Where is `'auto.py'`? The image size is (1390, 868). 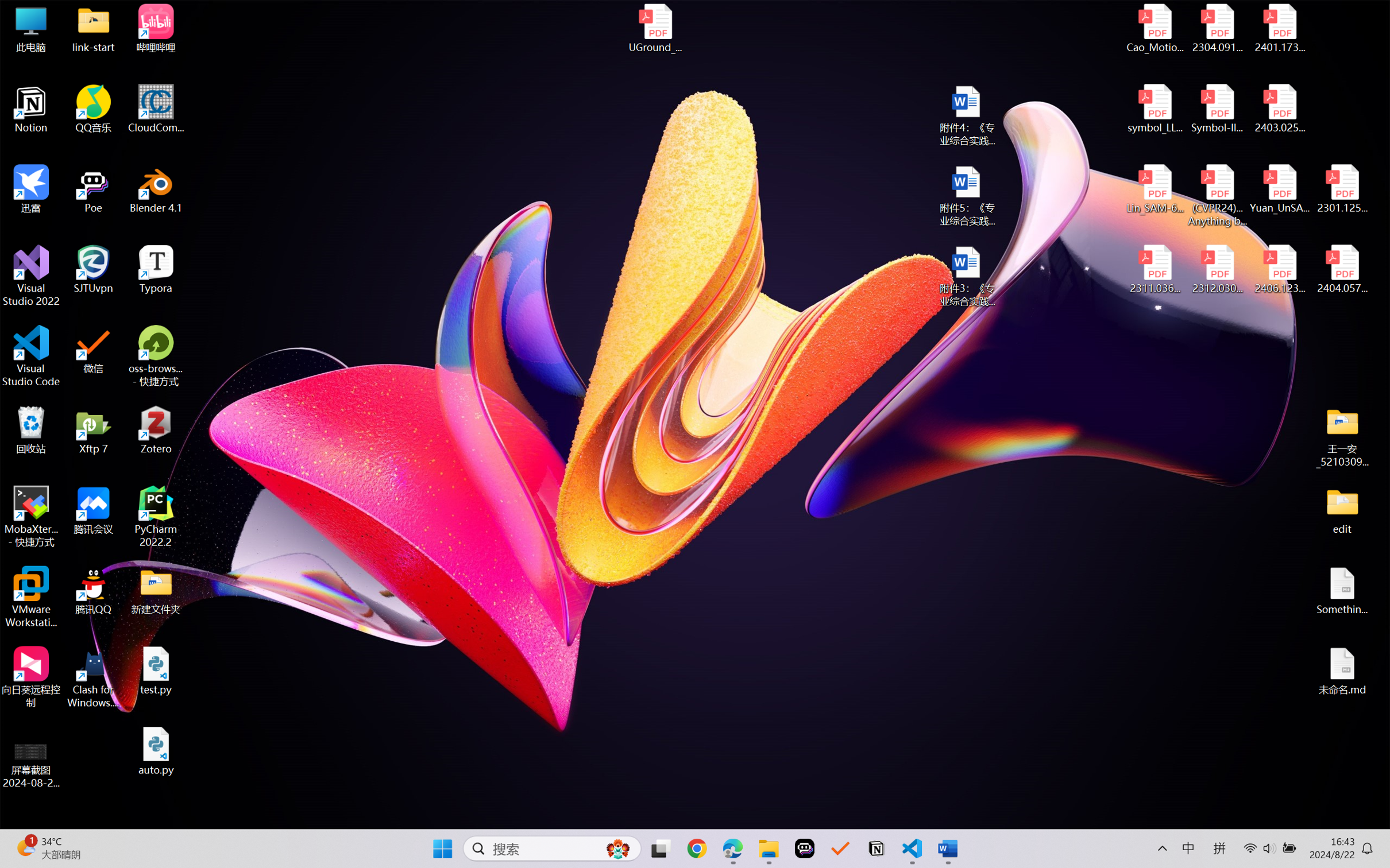 'auto.py' is located at coordinates (156, 751).